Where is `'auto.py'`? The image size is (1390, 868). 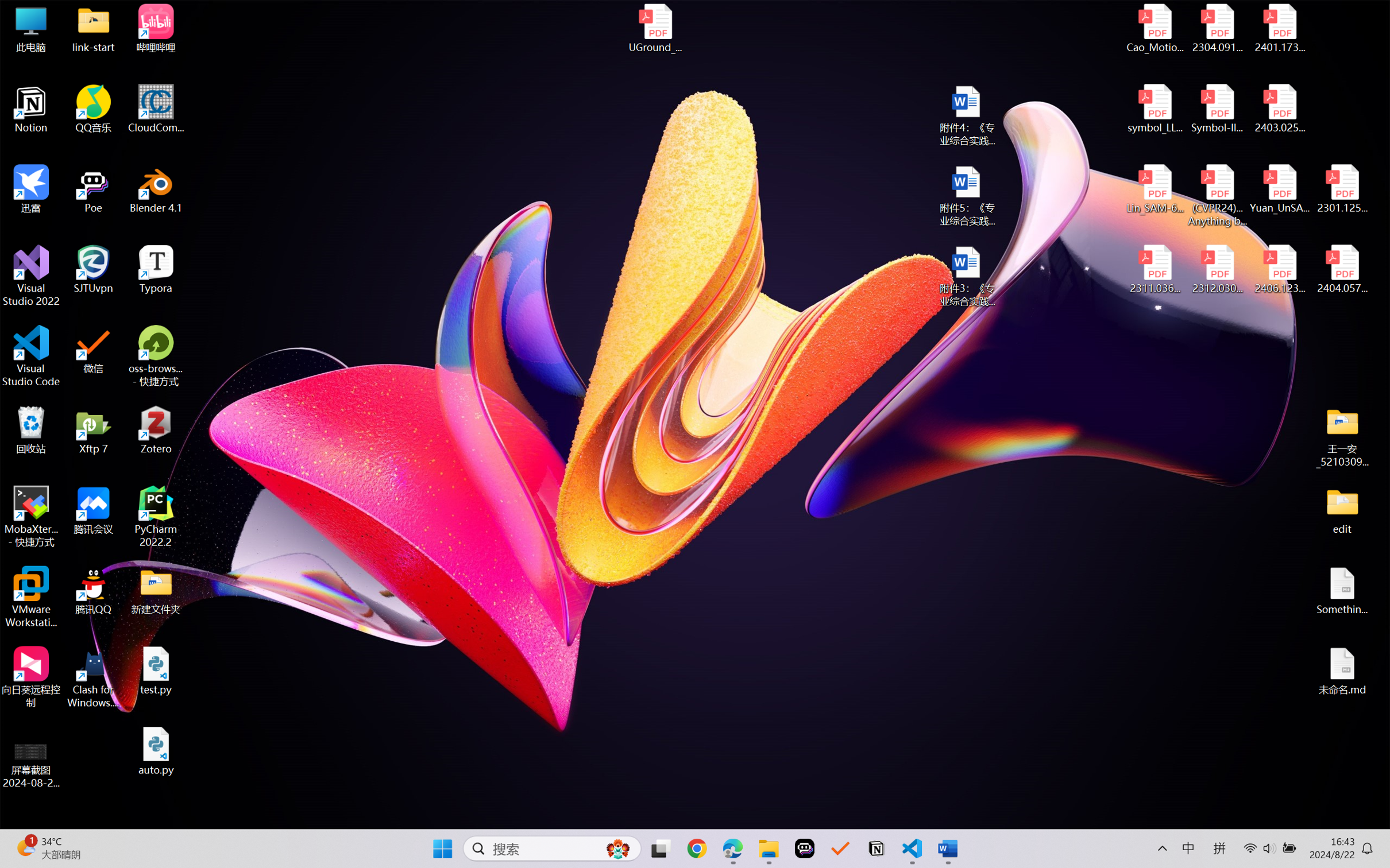 'auto.py' is located at coordinates (156, 751).